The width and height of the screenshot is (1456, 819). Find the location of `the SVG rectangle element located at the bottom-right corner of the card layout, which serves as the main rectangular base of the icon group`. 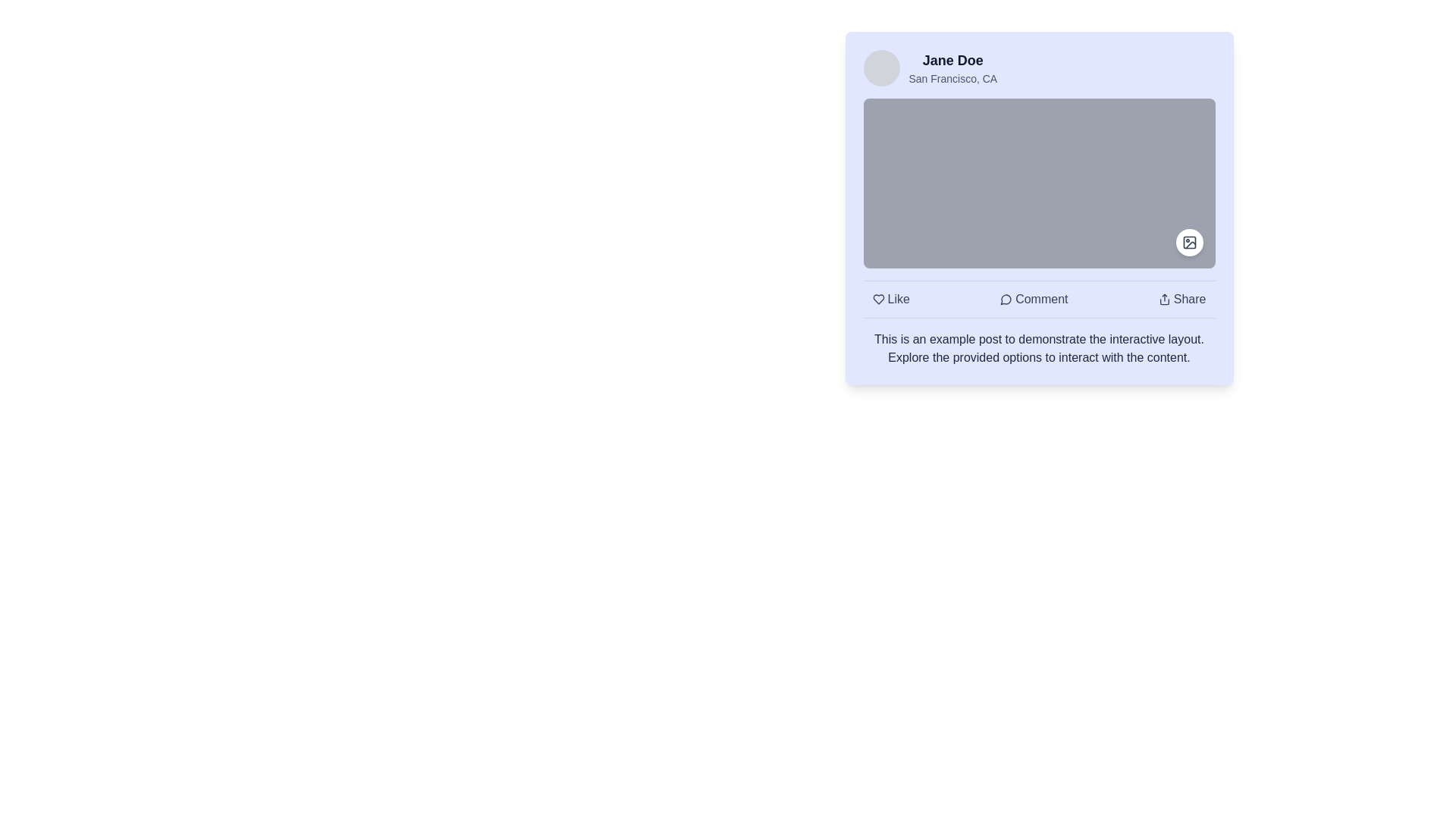

the SVG rectangle element located at the bottom-right corner of the card layout, which serves as the main rectangular base of the icon group is located at coordinates (1188, 242).